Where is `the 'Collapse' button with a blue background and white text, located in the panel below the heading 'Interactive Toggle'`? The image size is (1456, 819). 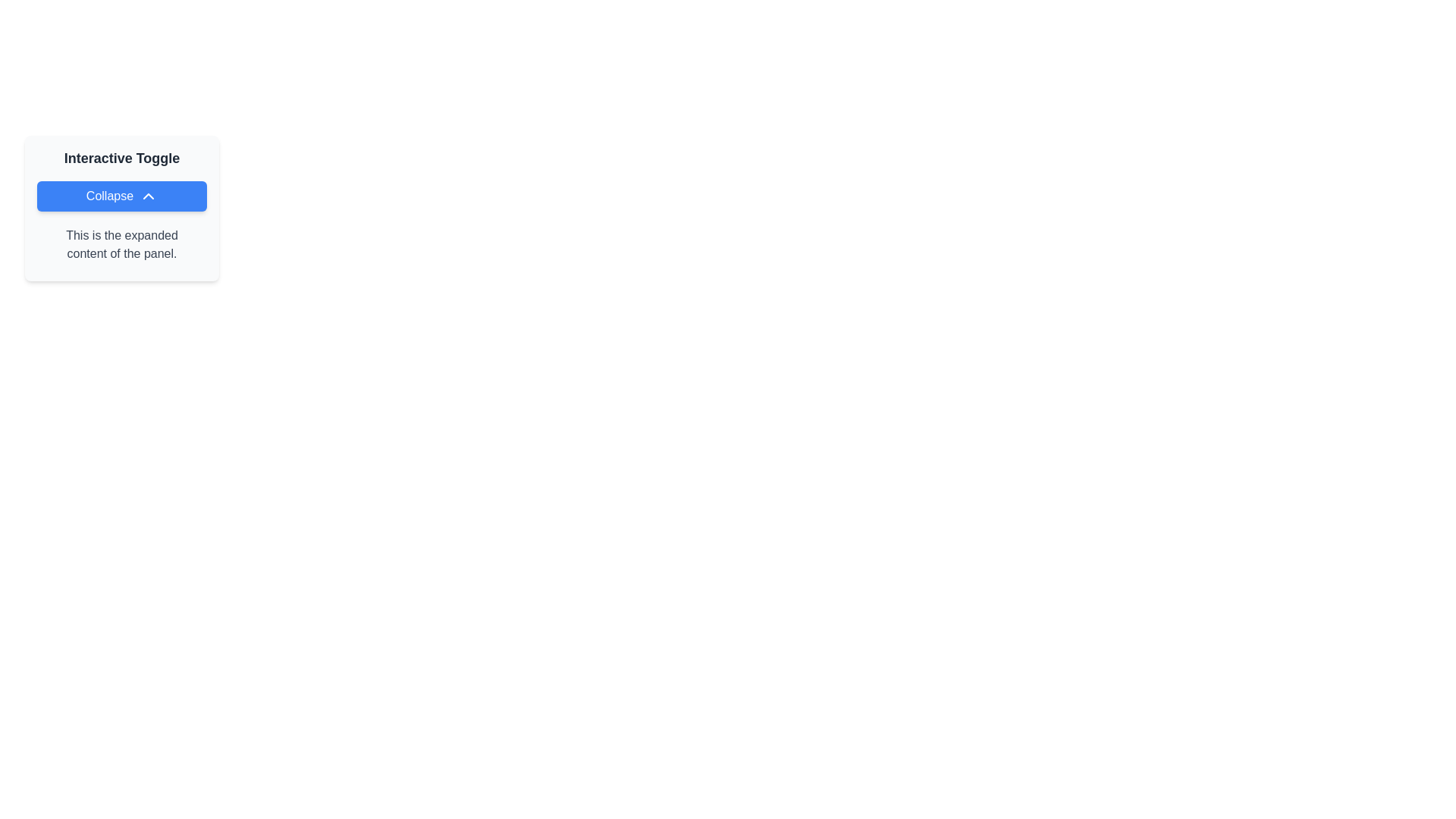 the 'Collapse' button with a blue background and white text, located in the panel below the heading 'Interactive Toggle' is located at coordinates (122, 208).